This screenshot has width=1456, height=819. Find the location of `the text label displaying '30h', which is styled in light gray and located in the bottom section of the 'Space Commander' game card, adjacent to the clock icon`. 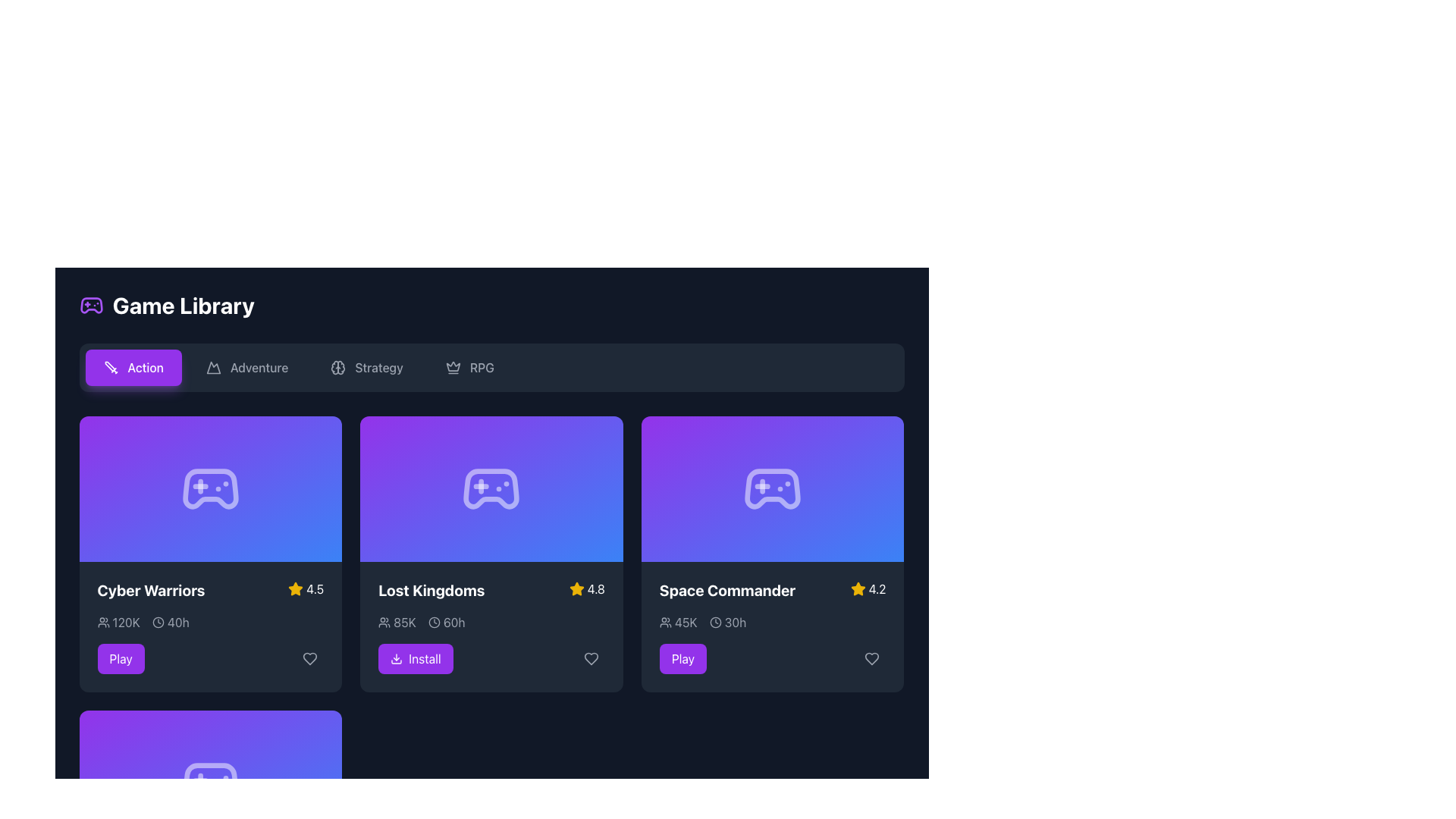

the text label displaying '30h', which is styled in light gray and located in the bottom section of the 'Space Commander' game card, adjacent to the clock icon is located at coordinates (735, 623).